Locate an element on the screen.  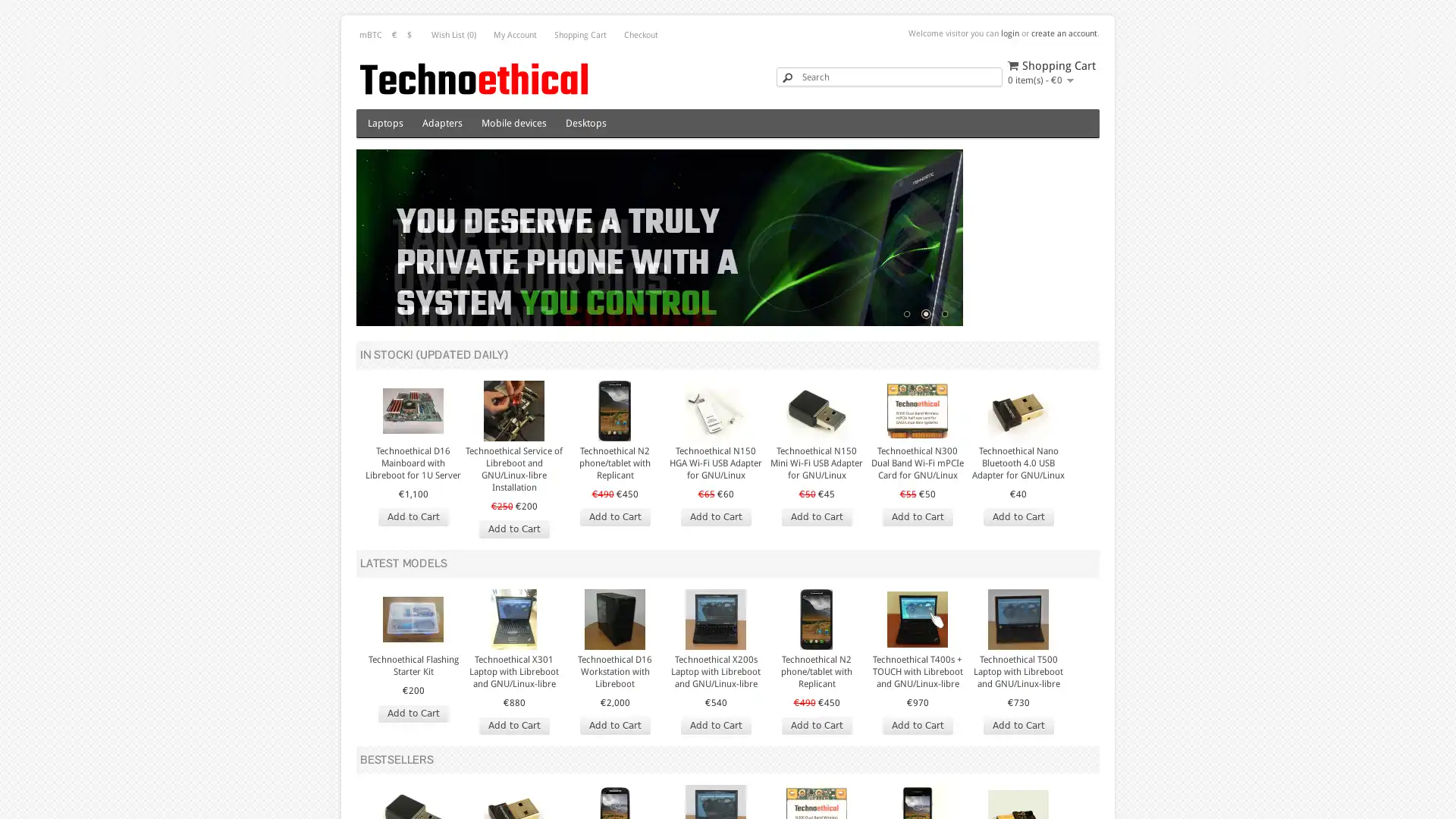
Add to Cart is located at coordinates (614, 567).